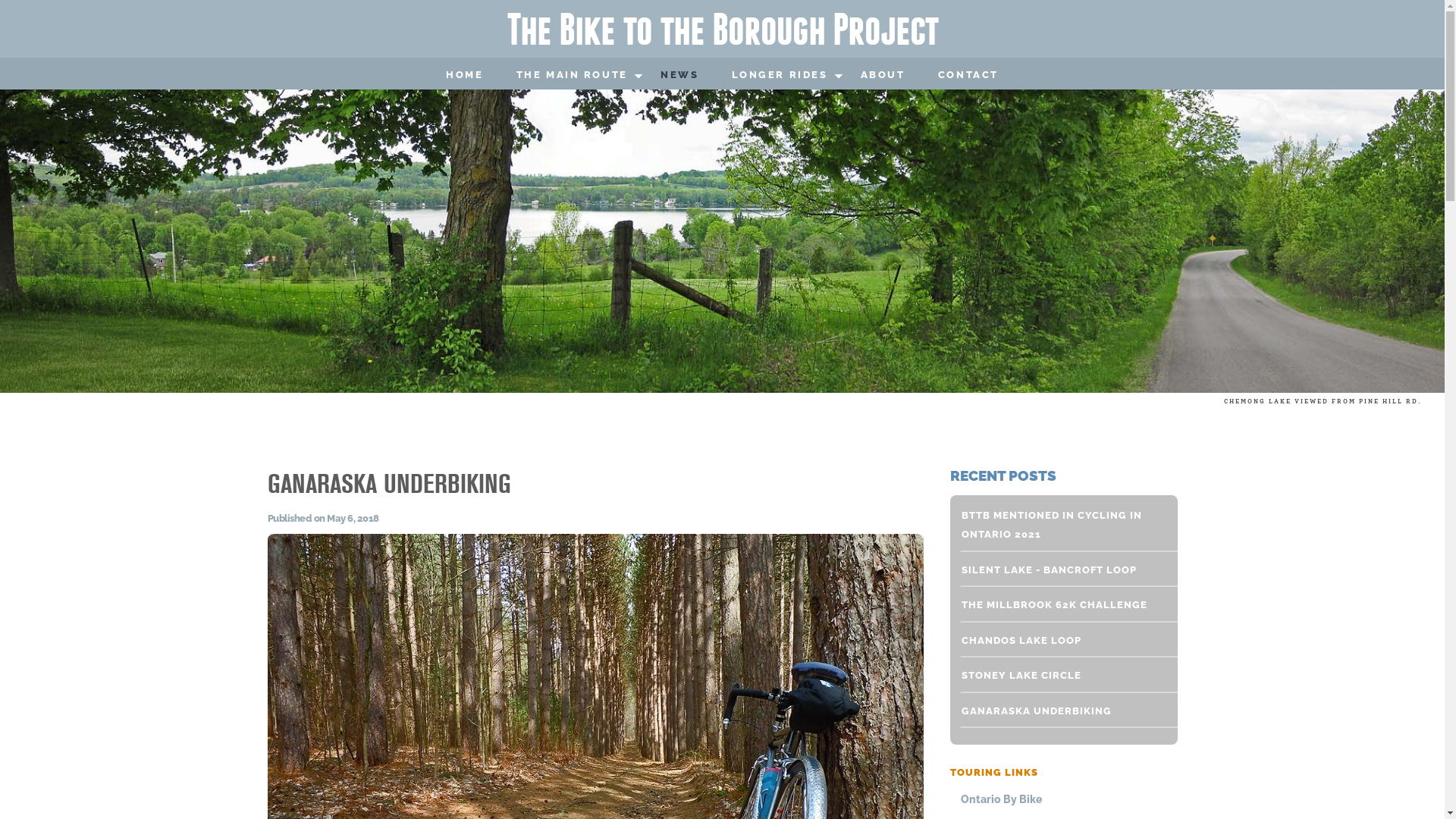 Image resolution: width=1456 pixels, height=819 pixels. I want to click on 'CHANDOS LAKE LOOP', so click(1059, 640).